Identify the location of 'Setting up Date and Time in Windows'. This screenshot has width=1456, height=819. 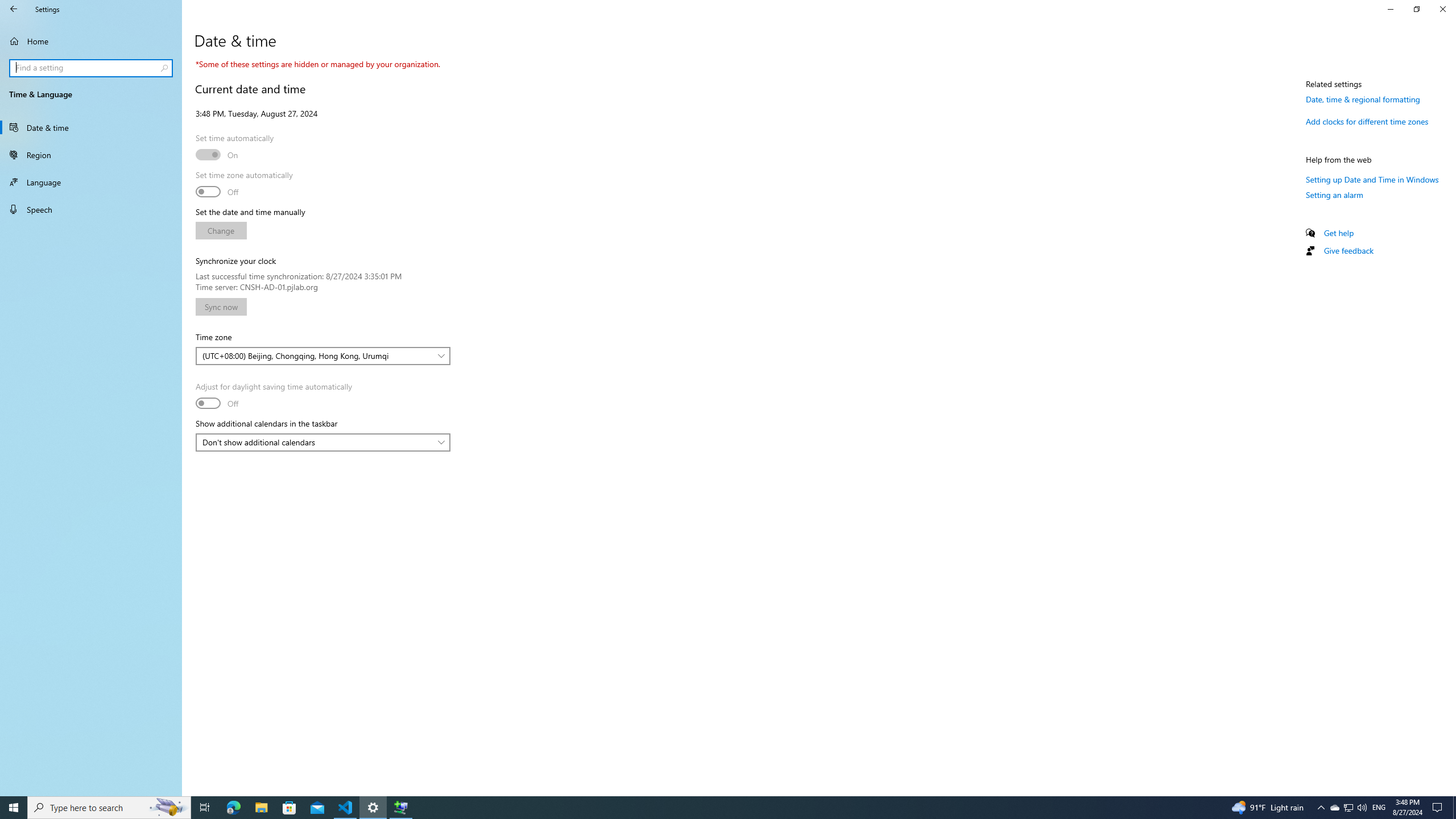
(1372, 179).